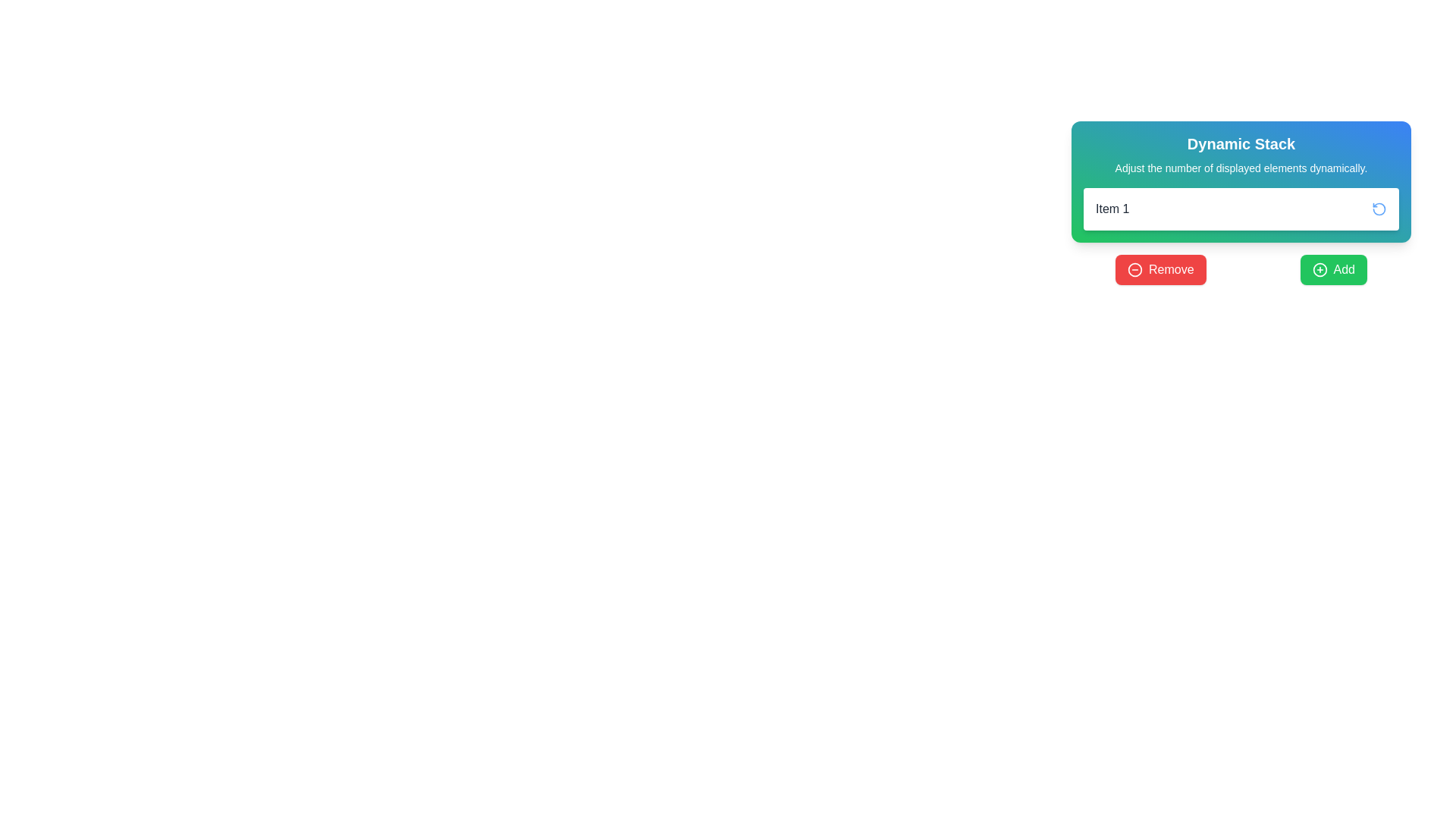 The height and width of the screenshot is (819, 1456). Describe the element at coordinates (1332, 268) in the screenshot. I see `the 'Add' button located to the right of the 'Remove' button in the horizontally-aligned group of buttons under the 'Item 1' input field` at that location.